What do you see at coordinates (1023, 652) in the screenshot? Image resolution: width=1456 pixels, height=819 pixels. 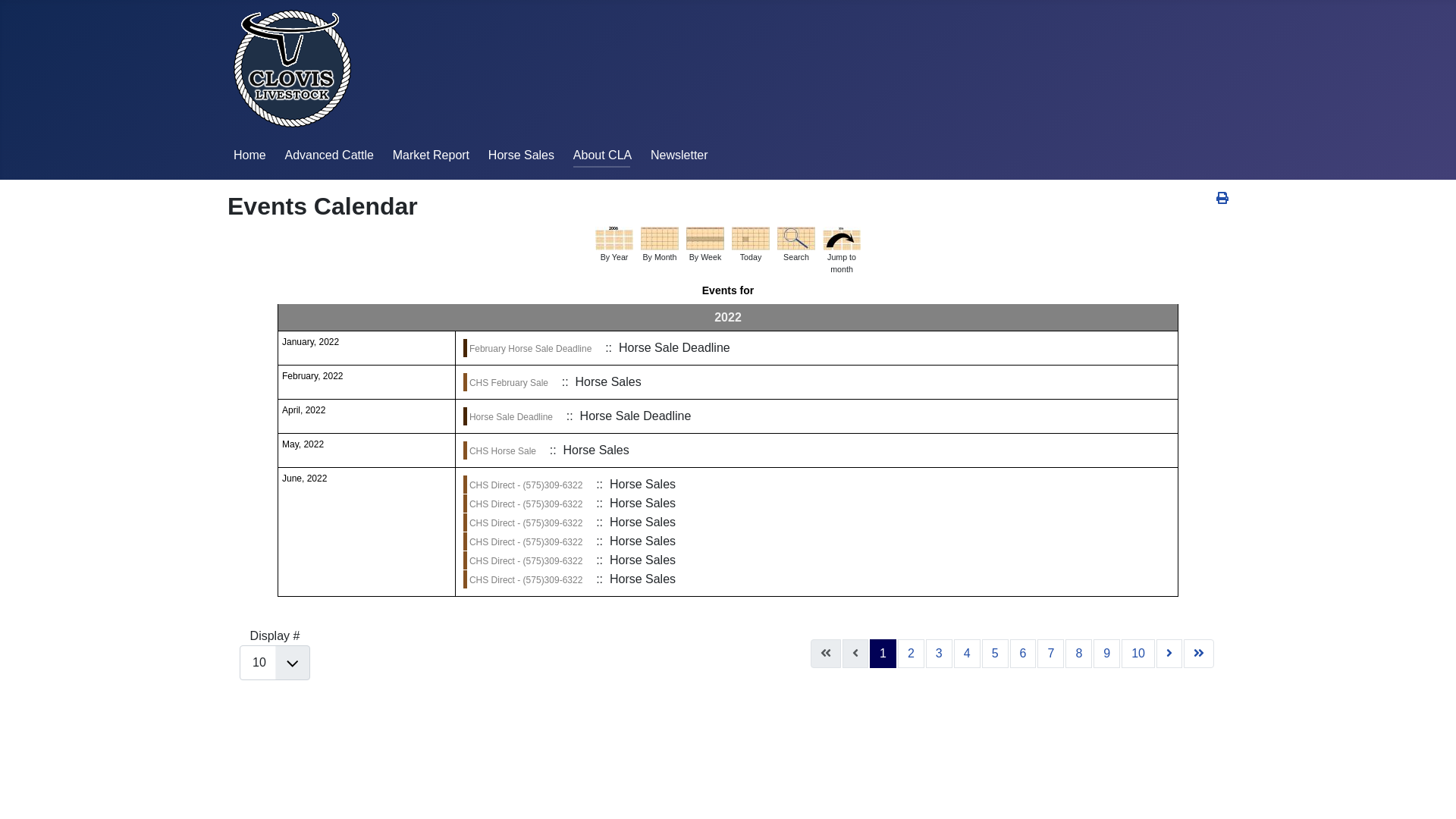 I see `'6'` at bounding box center [1023, 652].